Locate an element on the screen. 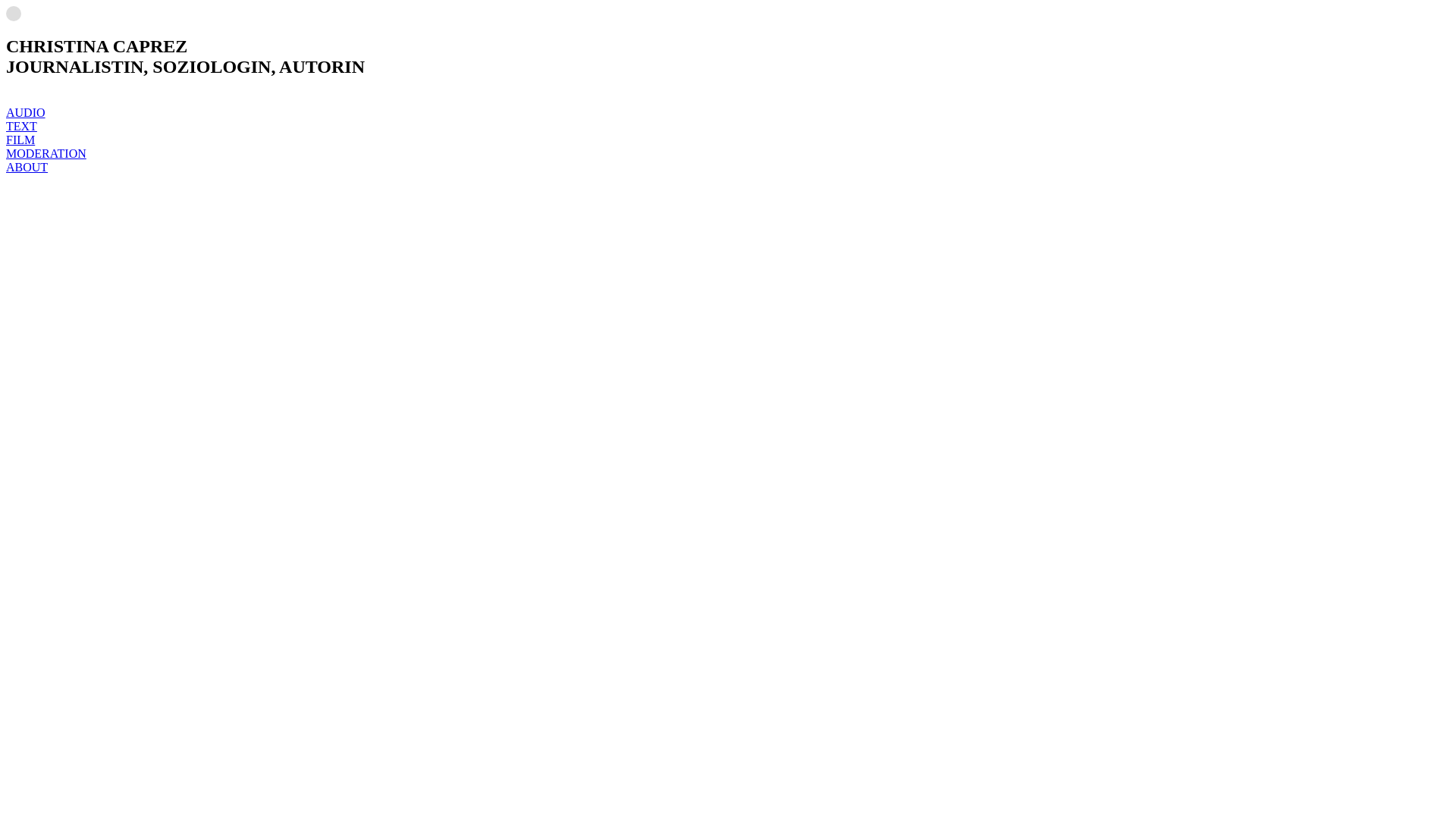 This screenshot has width=1456, height=819. 'FILM' is located at coordinates (20, 140).